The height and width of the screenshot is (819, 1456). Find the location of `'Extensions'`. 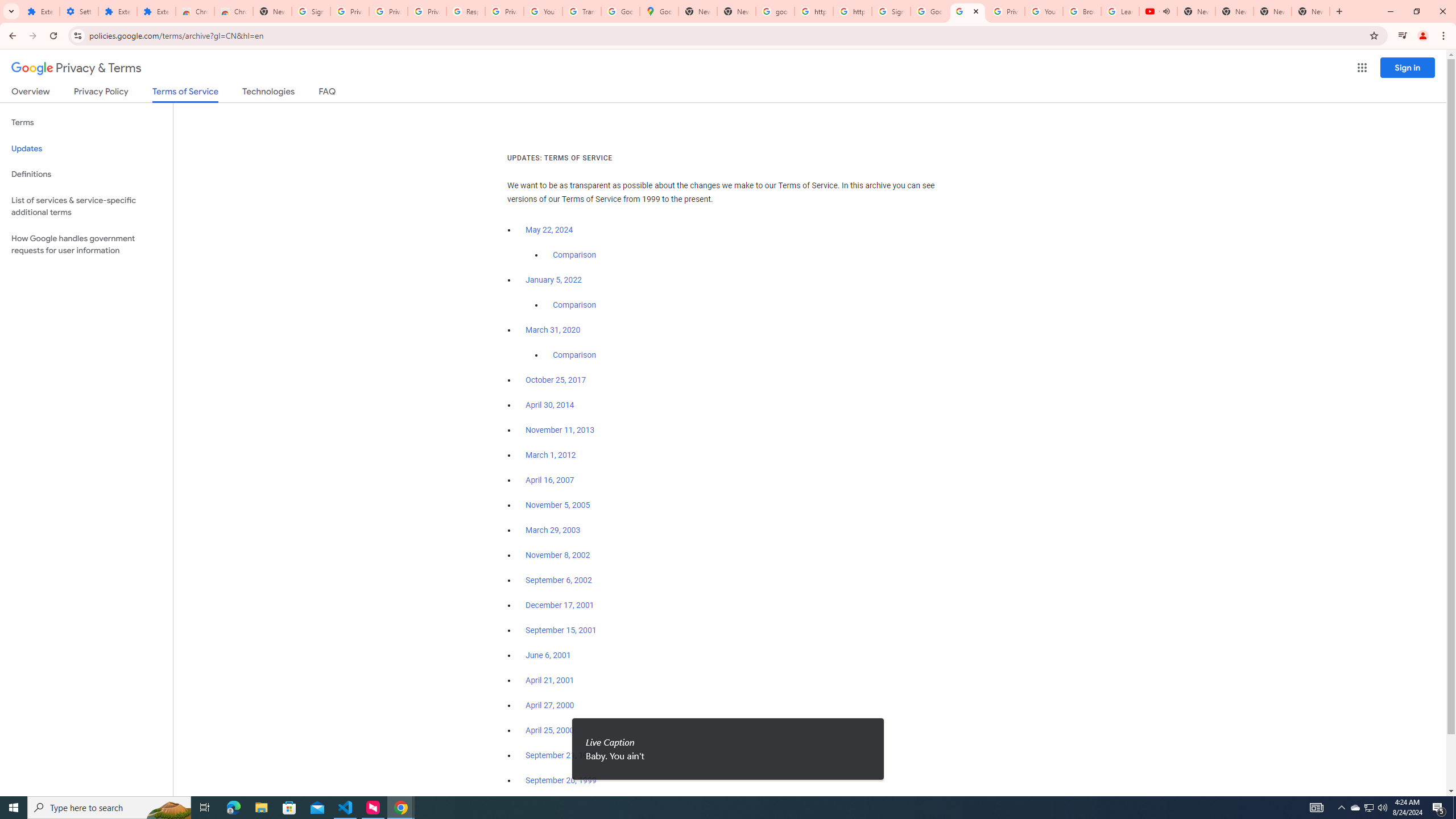

'Extensions' is located at coordinates (118, 11).